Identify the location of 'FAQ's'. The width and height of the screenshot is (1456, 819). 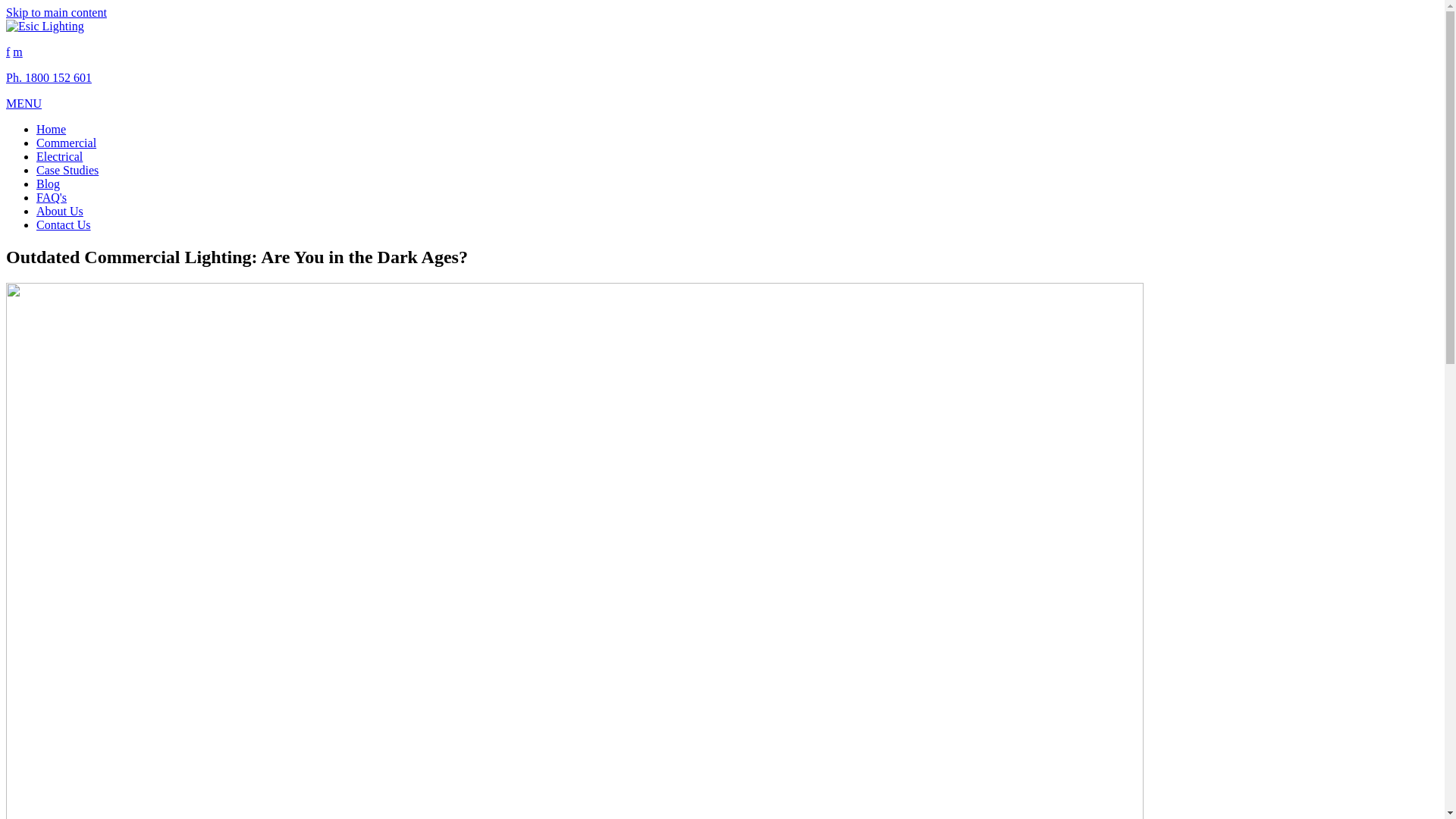
(51, 196).